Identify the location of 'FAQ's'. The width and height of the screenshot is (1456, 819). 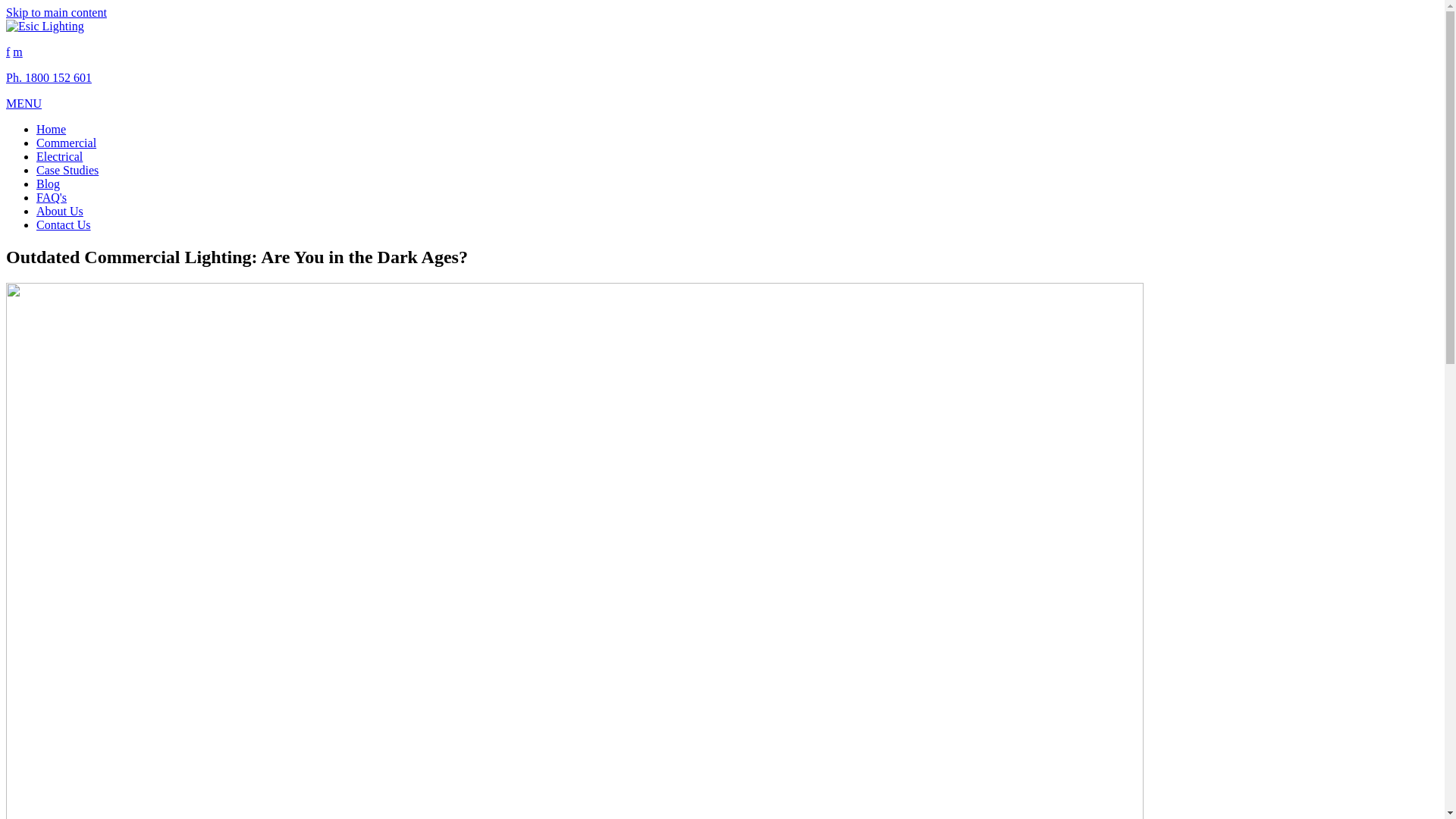
(51, 196).